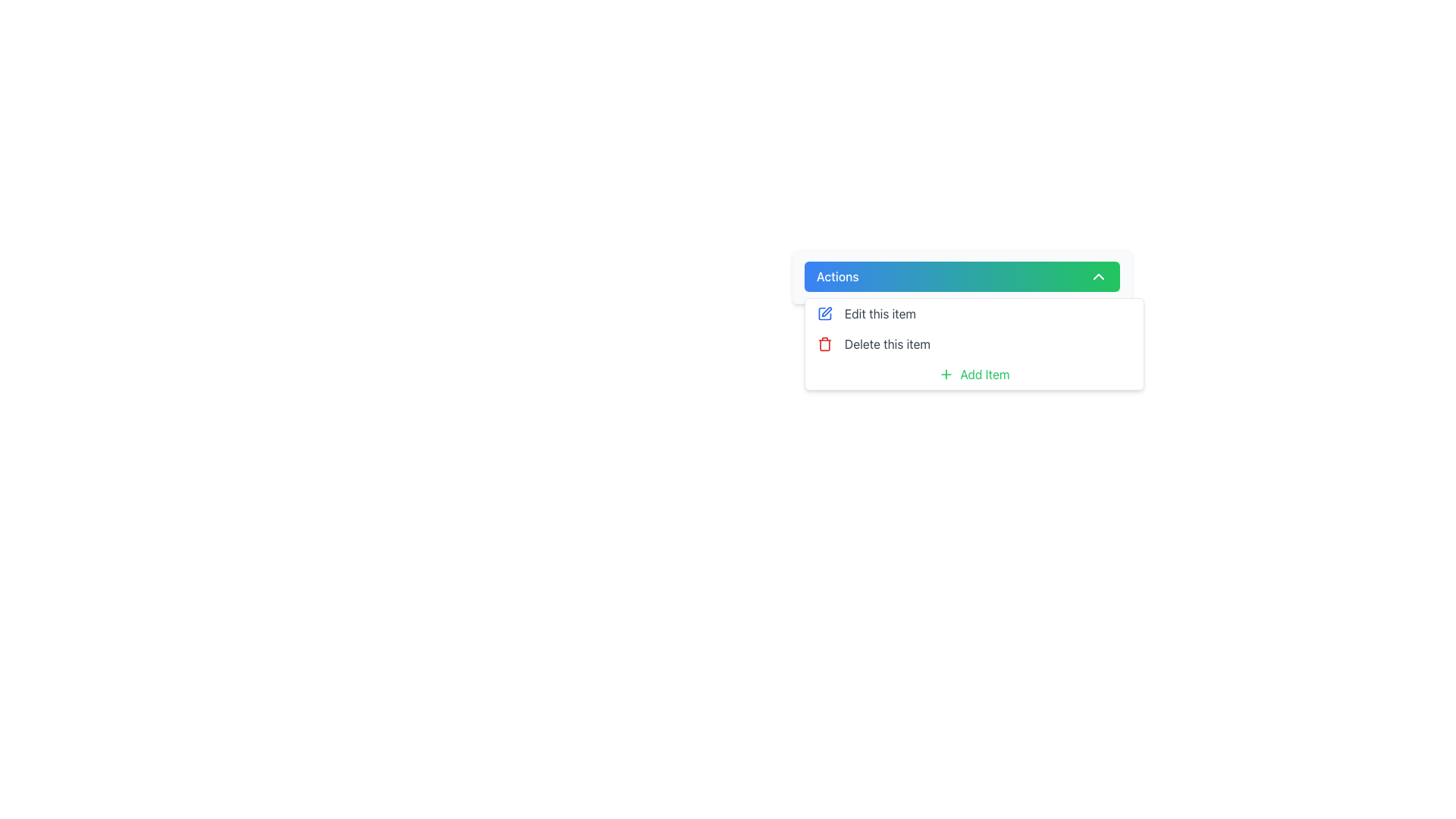  What do you see at coordinates (824, 312) in the screenshot?
I see `the edit icon that represents the 'Edit this item' action, which is positioned to the left of the text 'Edit this item' within the dropdown menu under the 'Actions' button` at bounding box center [824, 312].